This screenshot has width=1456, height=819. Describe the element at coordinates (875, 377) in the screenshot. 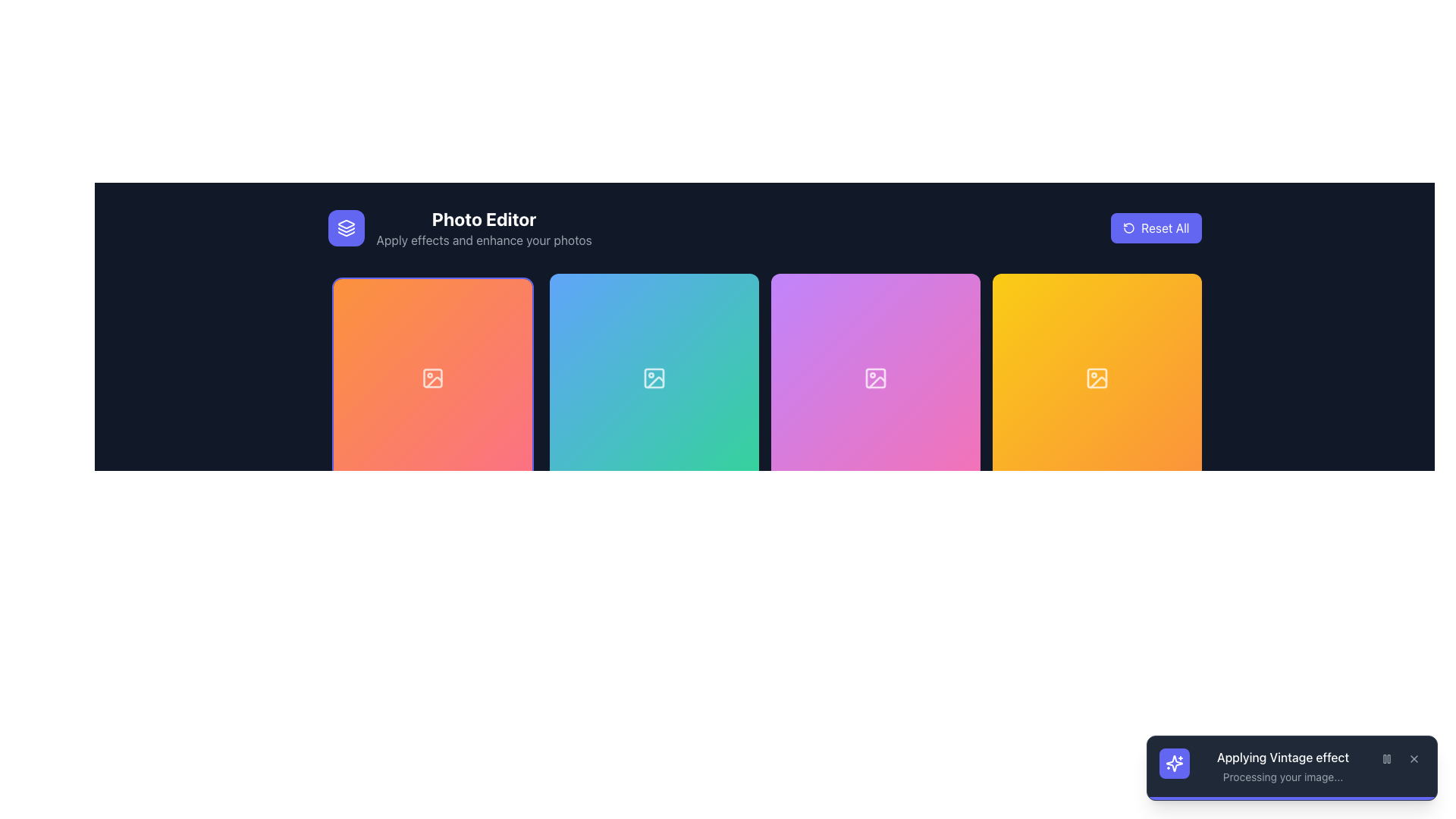

I see `the third selectable card in the photo editing application` at that location.